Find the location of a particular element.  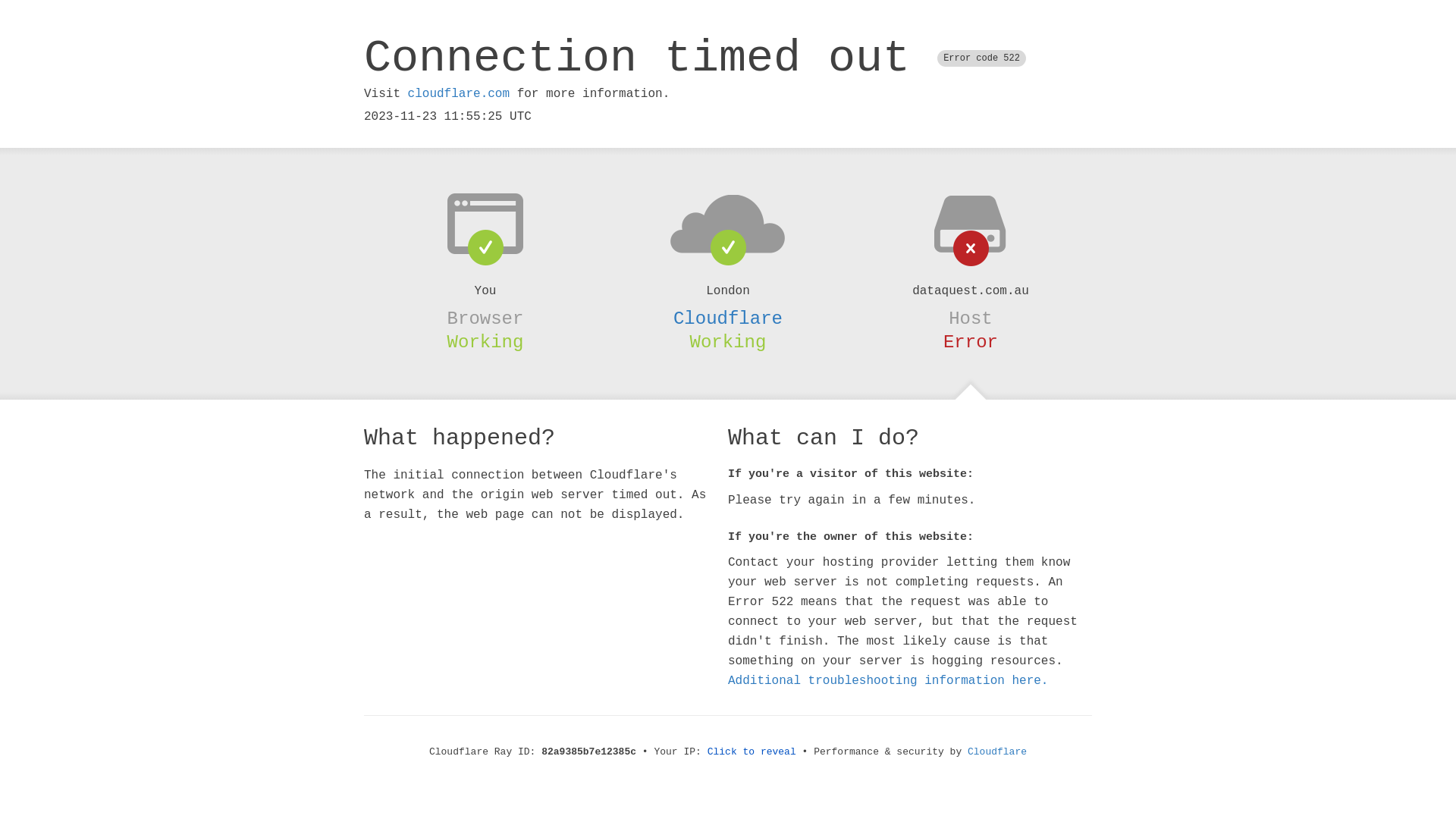

'Cloudflare' is located at coordinates (997, 752).